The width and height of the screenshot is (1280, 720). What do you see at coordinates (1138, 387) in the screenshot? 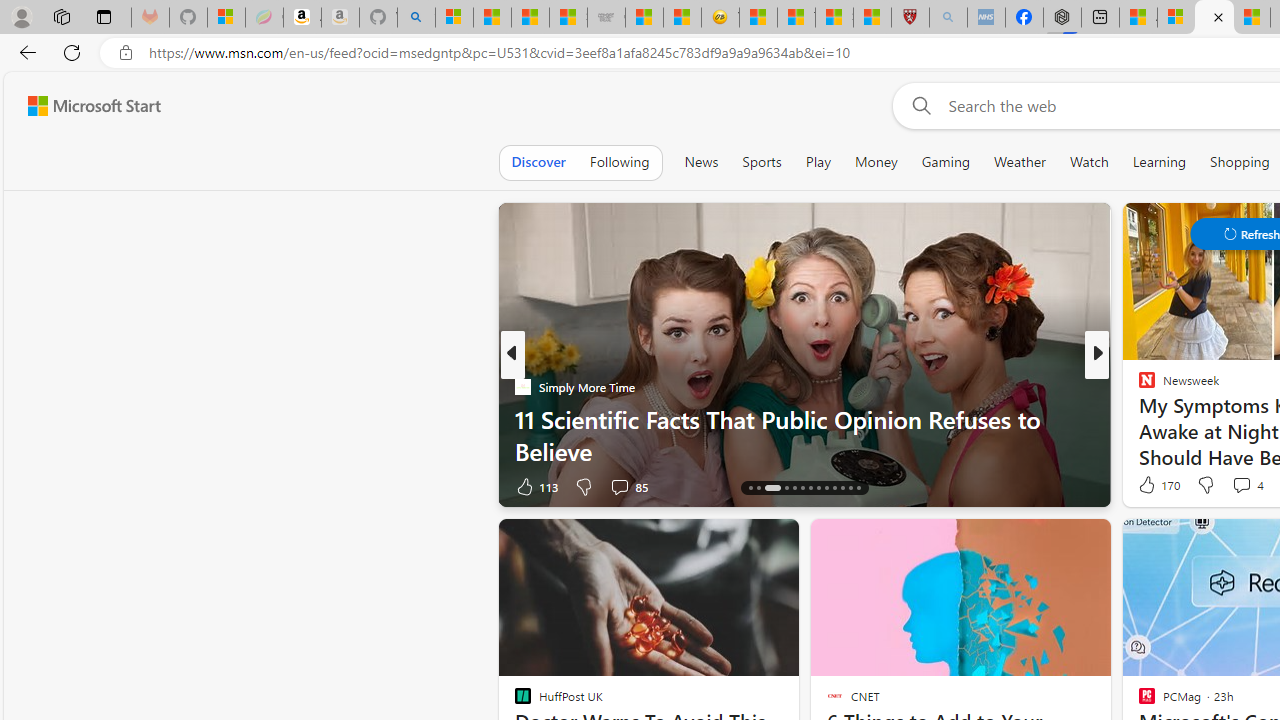
I see `'Popular Mechanics'` at bounding box center [1138, 387].